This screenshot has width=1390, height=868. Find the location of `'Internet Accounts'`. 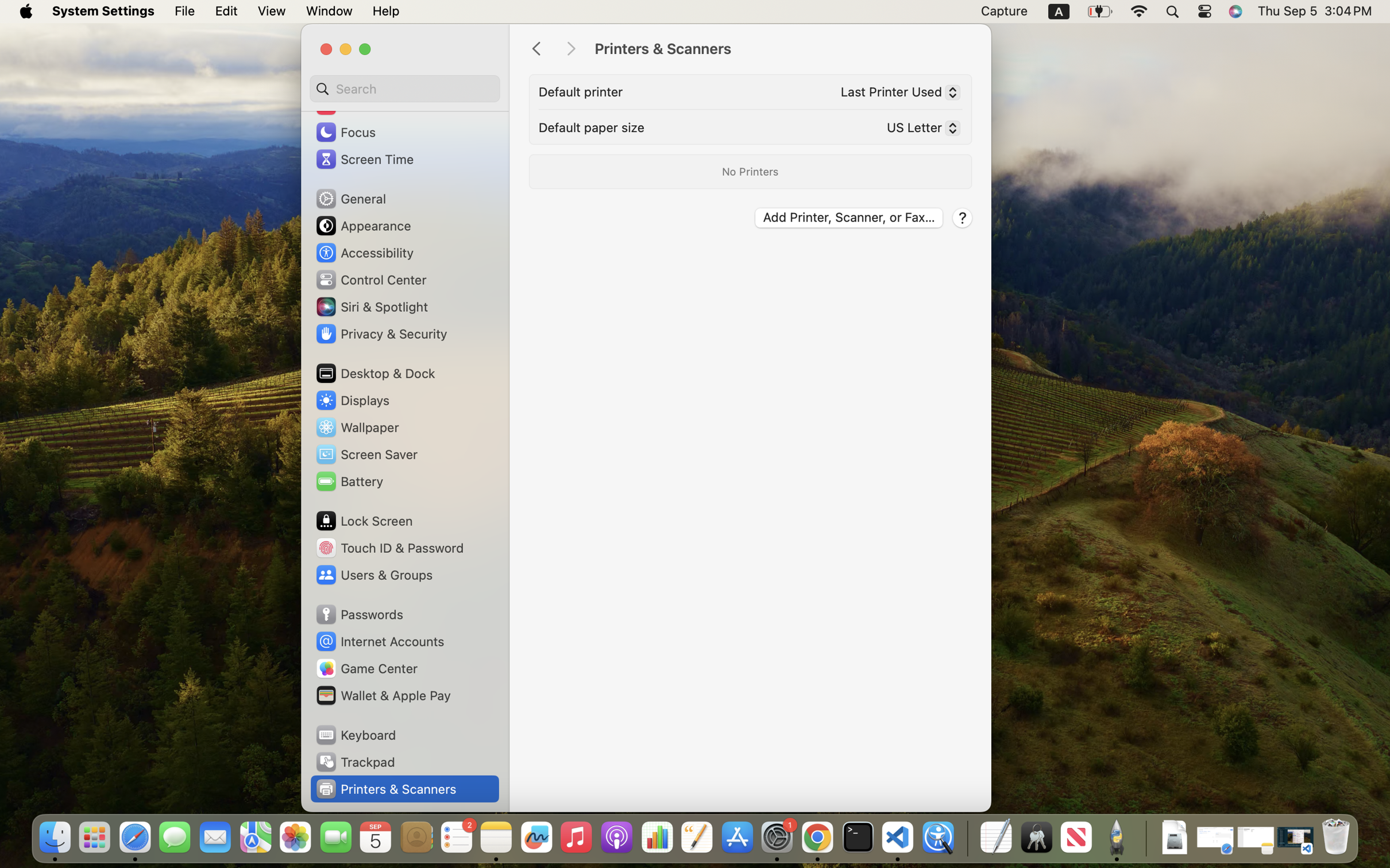

'Internet Accounts' is located at coordinates (379, 641).